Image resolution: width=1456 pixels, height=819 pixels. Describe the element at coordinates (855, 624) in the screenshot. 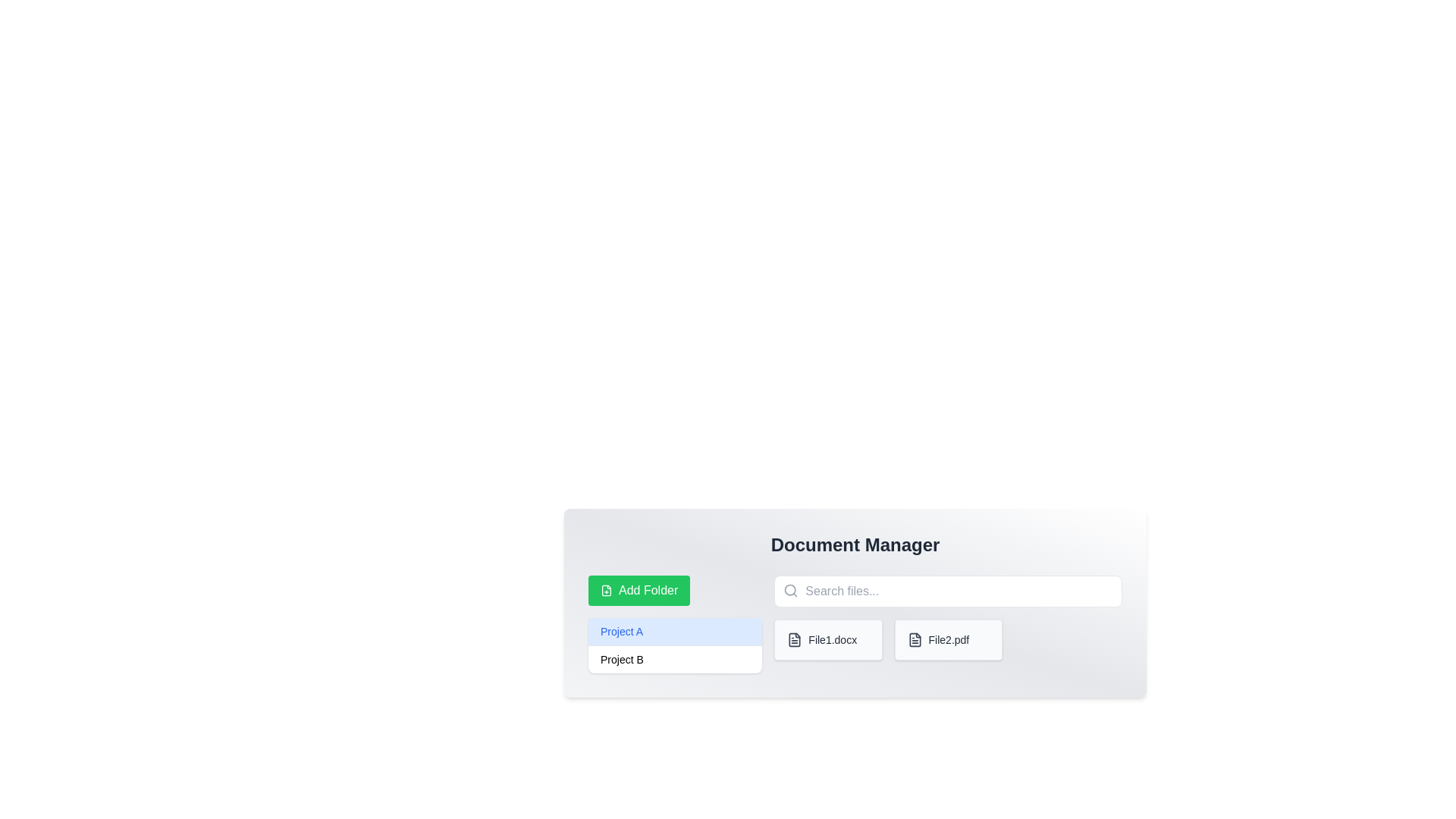

I see `the File item display component labeled 'File1.docx'` at that location.